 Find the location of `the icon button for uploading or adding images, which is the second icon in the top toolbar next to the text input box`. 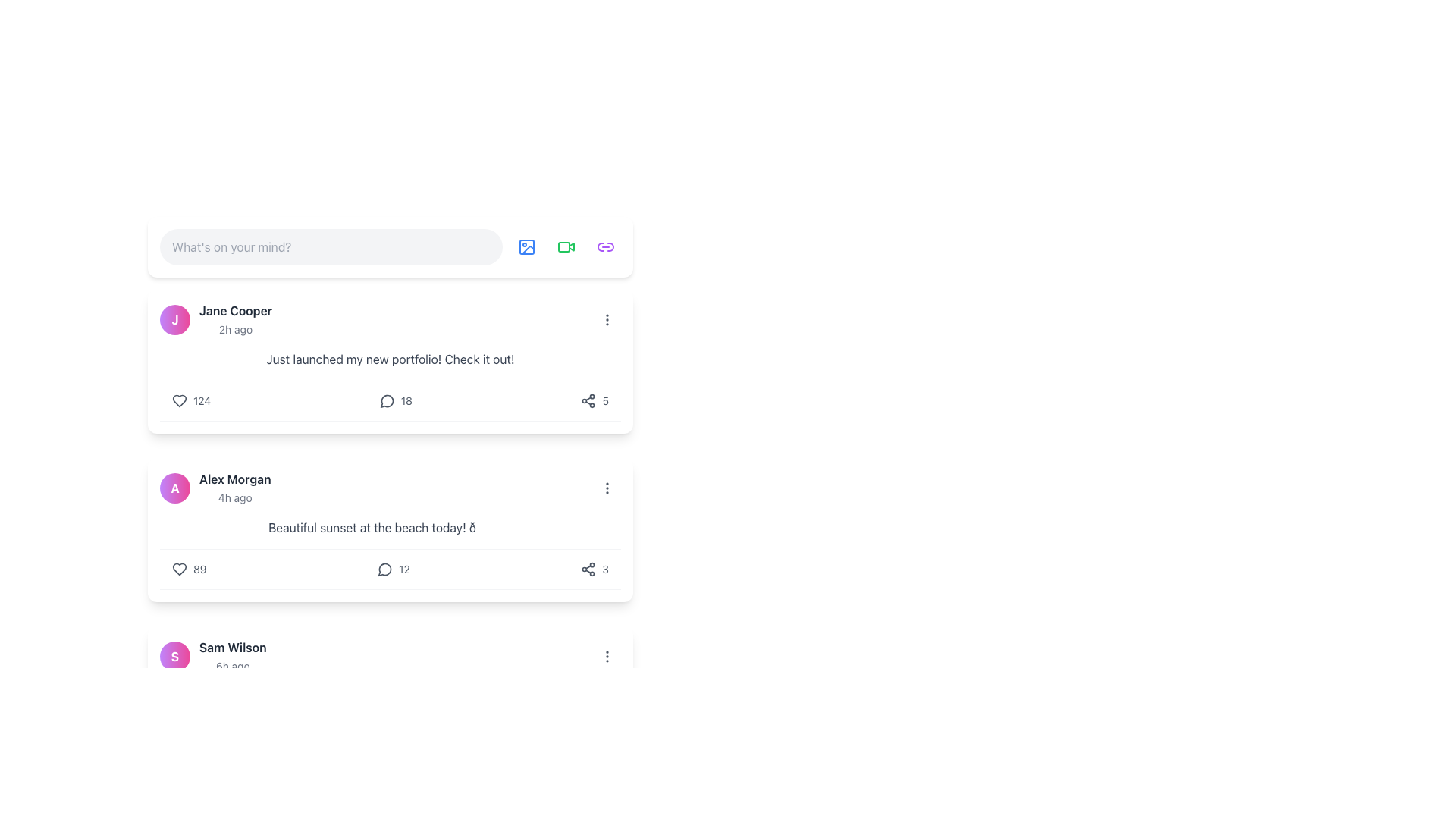

the icon button for uploading or adding images, which is the second icon in the top toolbar next to the text input box is located at coordinates (527, 246).